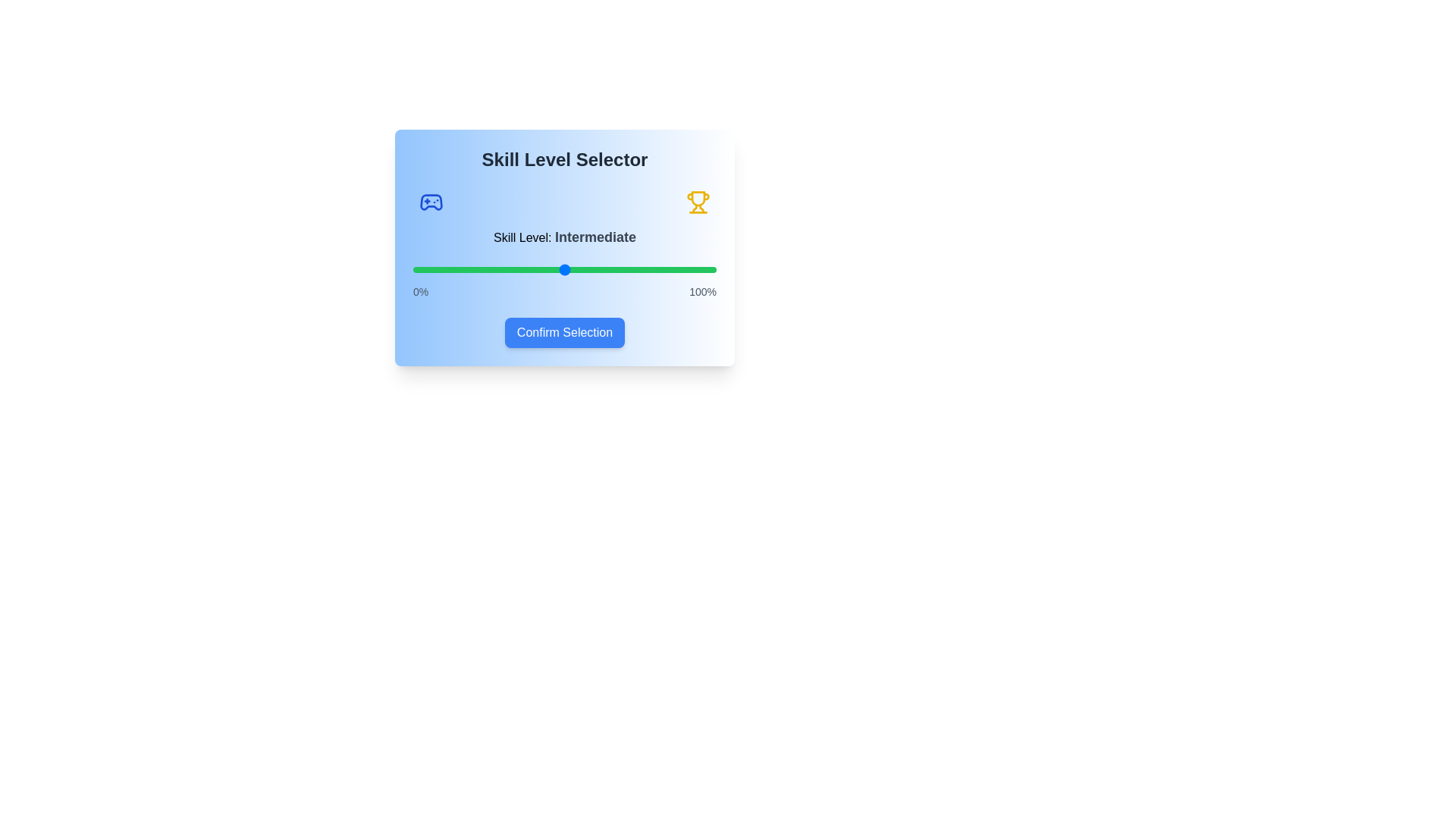 The width and height of the screenshot is (1456, 819). Describe the element at coordinates (650, 268) in the screenshot. I see `the skill level slider to 78%, where 78 is a value between 0 and 100` at that location.